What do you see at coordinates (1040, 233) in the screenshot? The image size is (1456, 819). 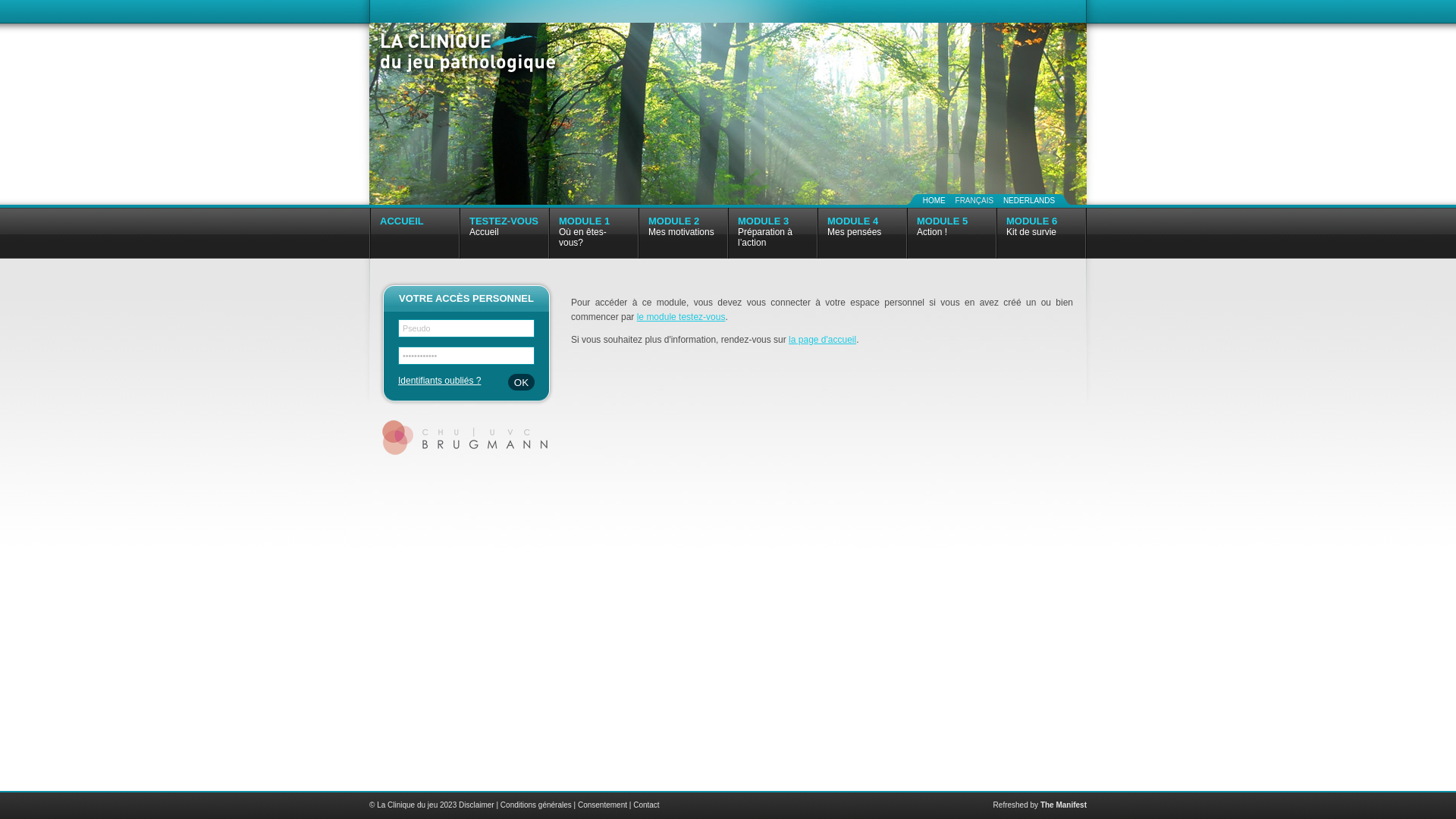 I see `'MODULE 6` at bounding box center [1040, 233].